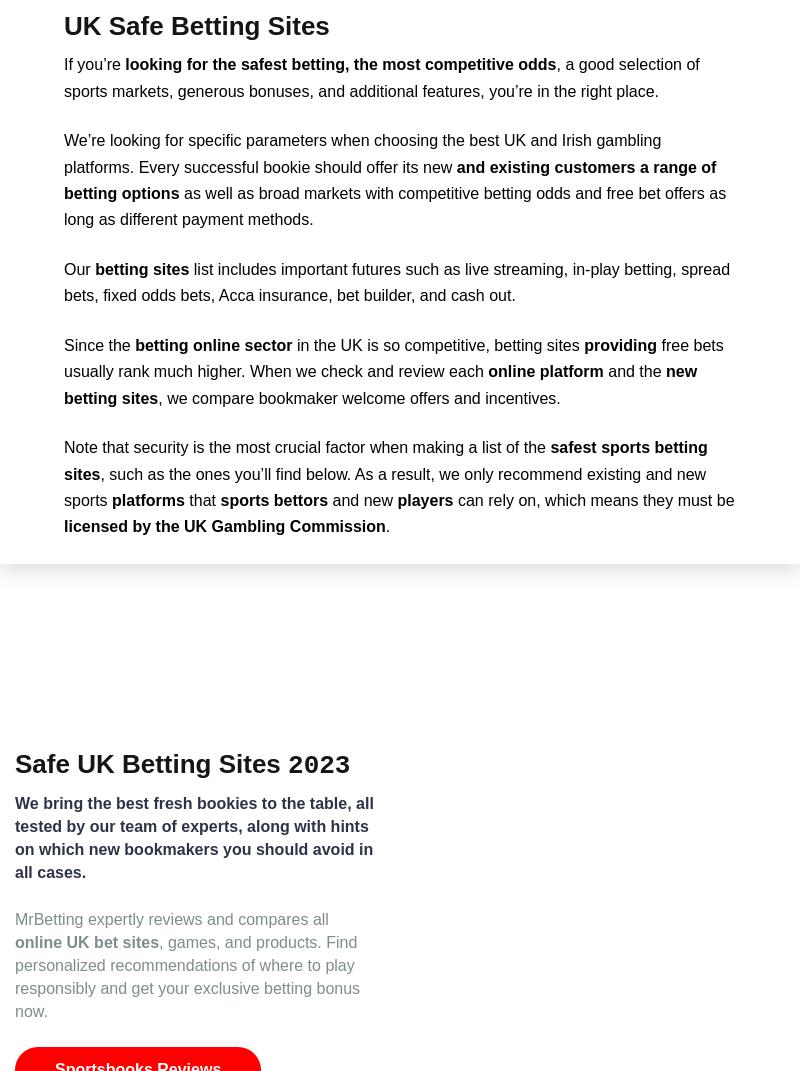  I want to click on 'providing', so click(620, 343).